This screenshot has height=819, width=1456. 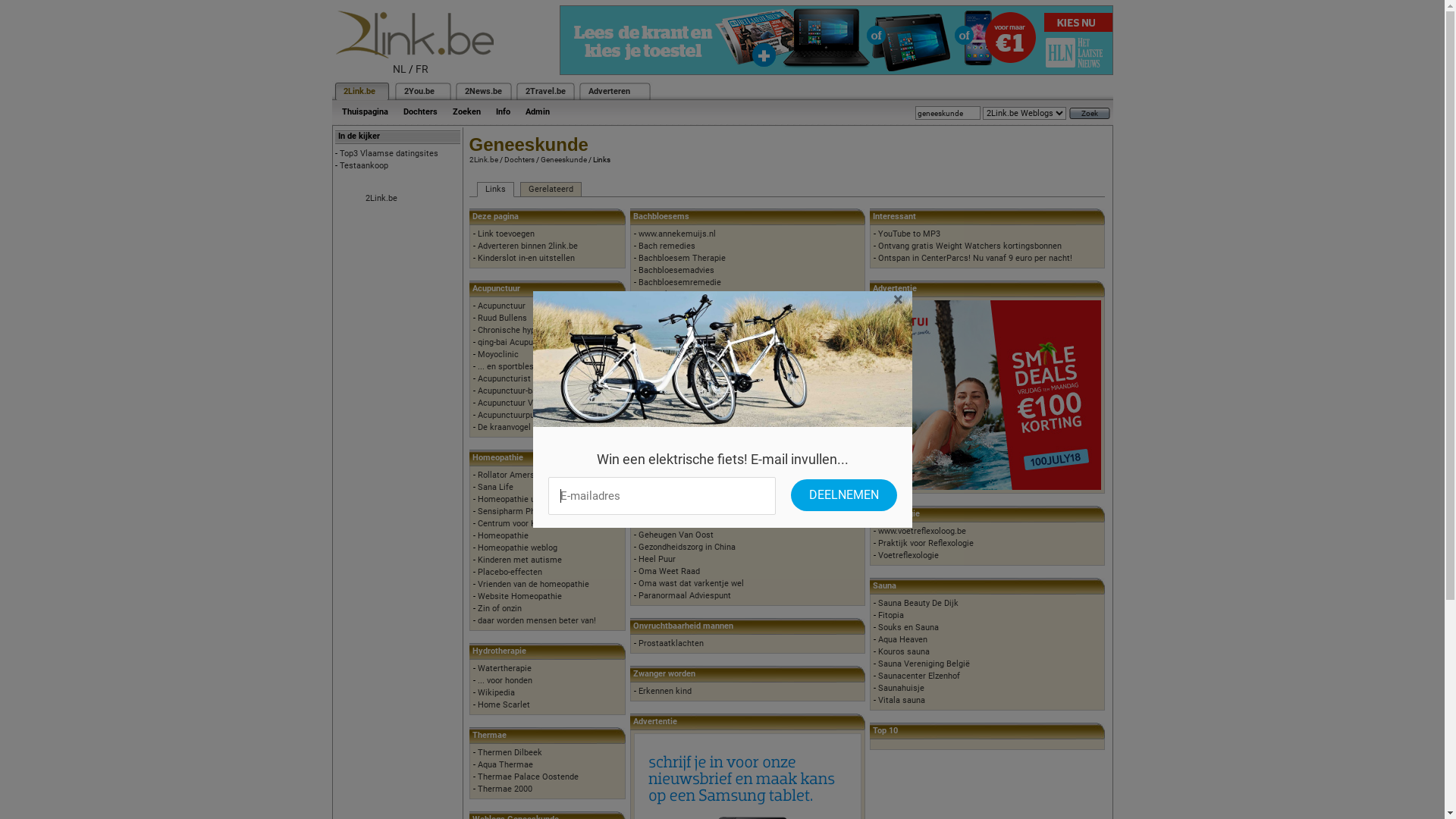 What do you see at coordinates (422, 69) in the screenshot?
I see `'FR'` at bounding box center [422, 69].